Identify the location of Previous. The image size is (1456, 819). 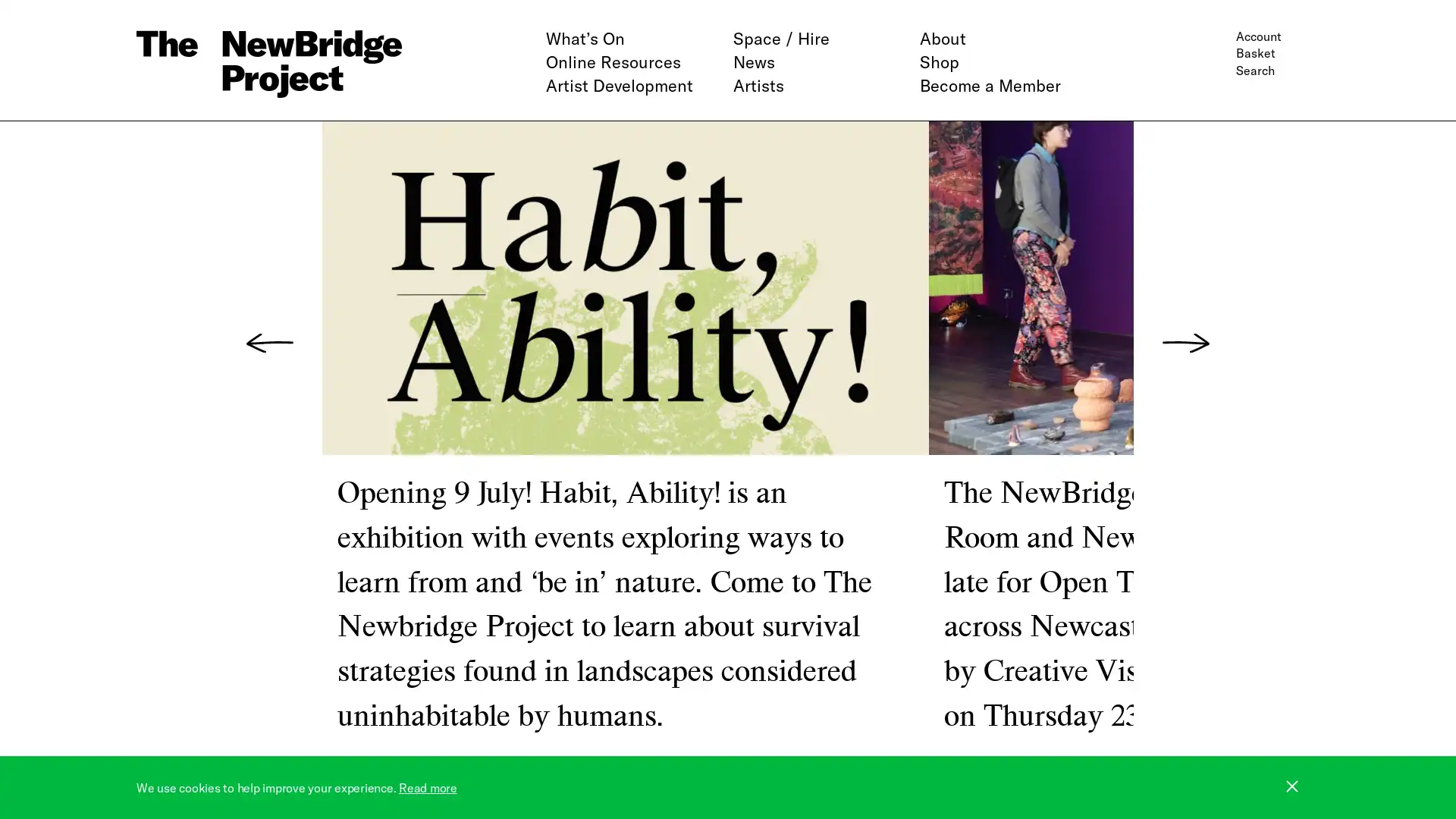
(269, 343).